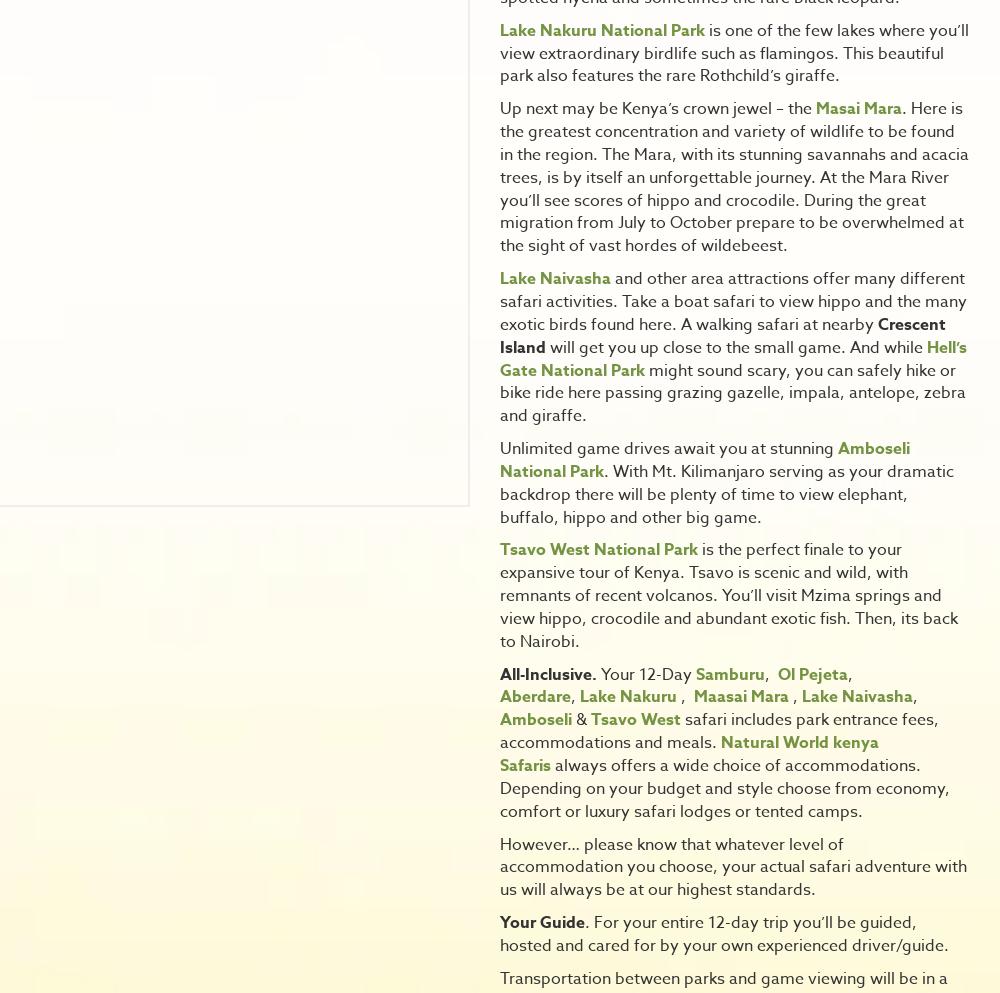  What do you see at coordinates (735, 346) in the screenshot?
I see `'will get you up close to the small game. And while'` at bounding box center [735, 346].